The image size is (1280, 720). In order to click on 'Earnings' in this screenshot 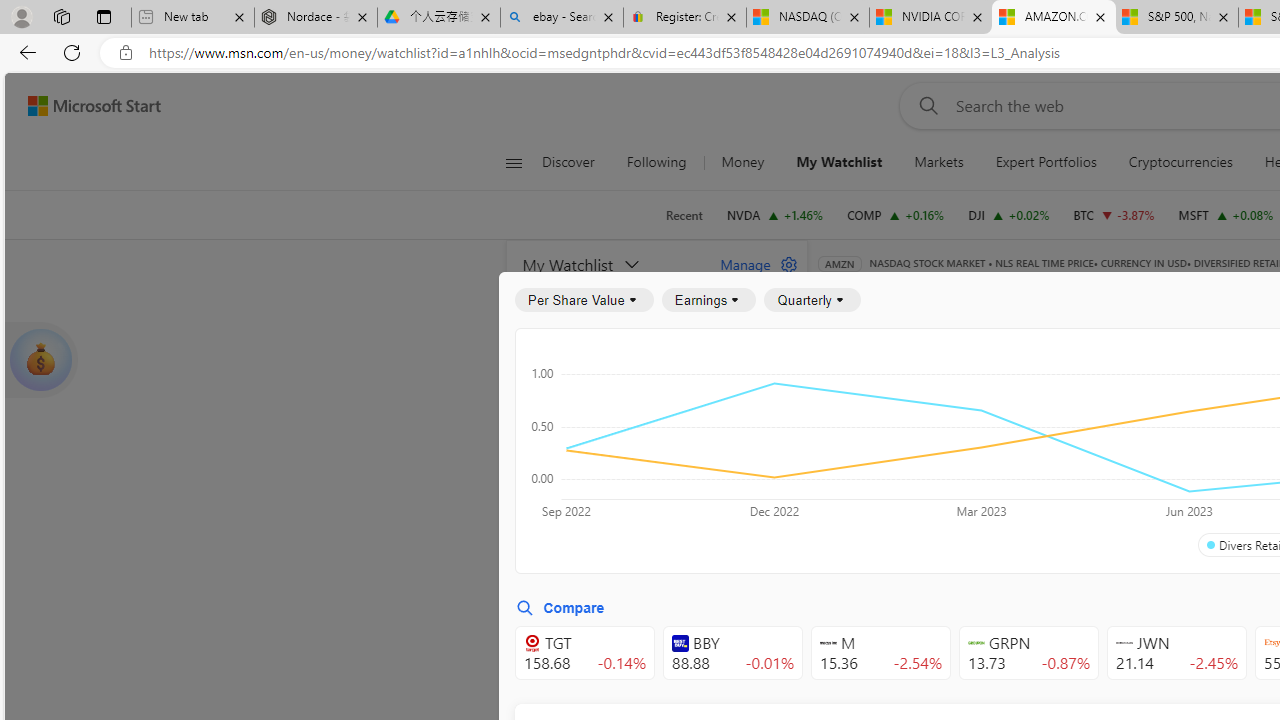, I will do `click(708, 300)`.